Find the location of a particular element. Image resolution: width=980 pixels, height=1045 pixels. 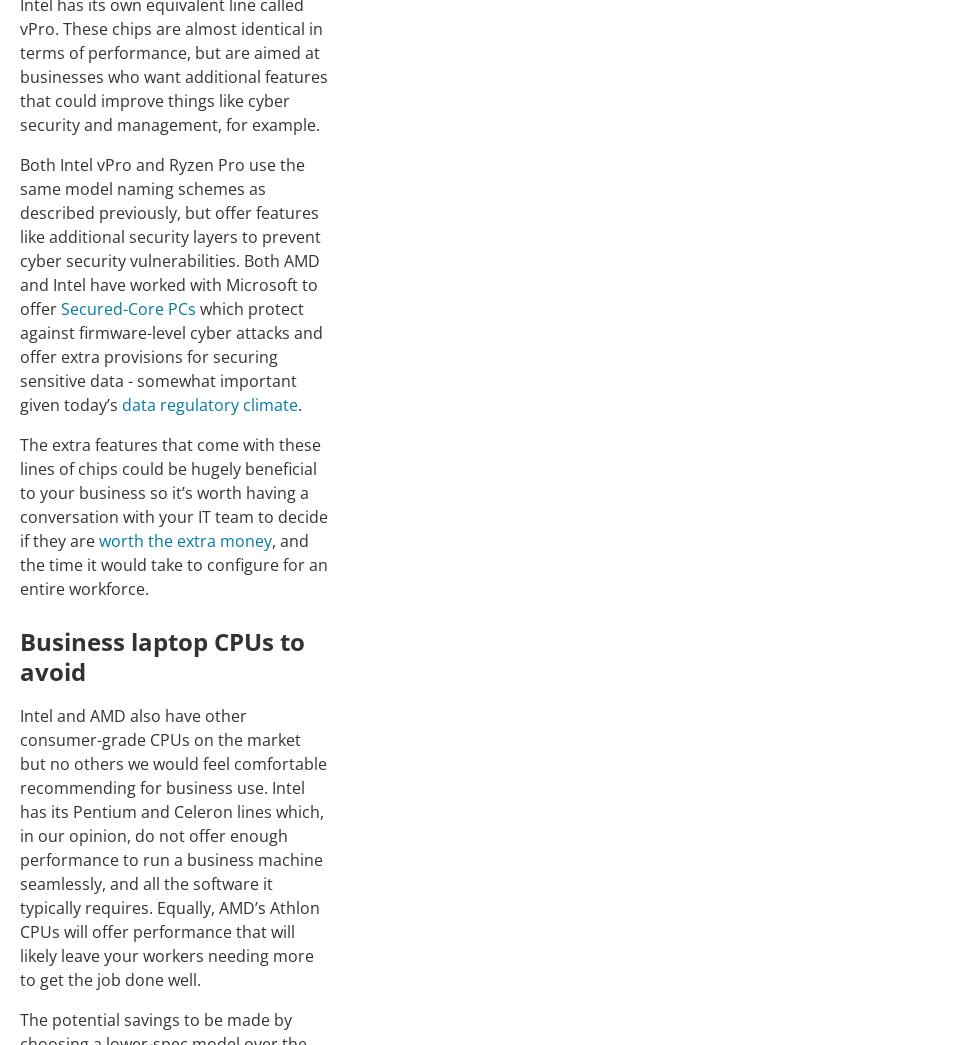

', and the time it would take to configure for an entire workforce.' is located at coordinates (19, 563).